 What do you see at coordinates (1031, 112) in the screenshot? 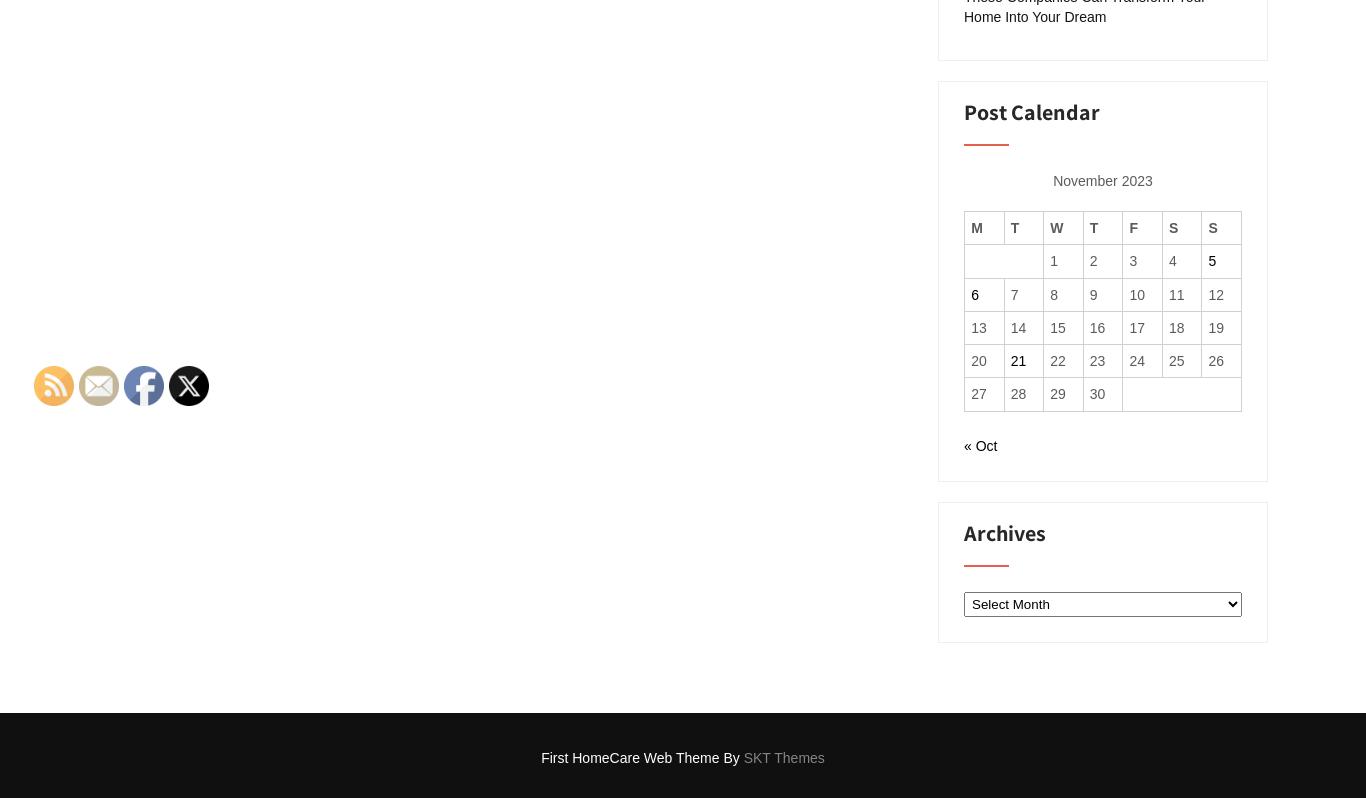
I see `'Post Calendar'` at bounding box center [1031, 112].